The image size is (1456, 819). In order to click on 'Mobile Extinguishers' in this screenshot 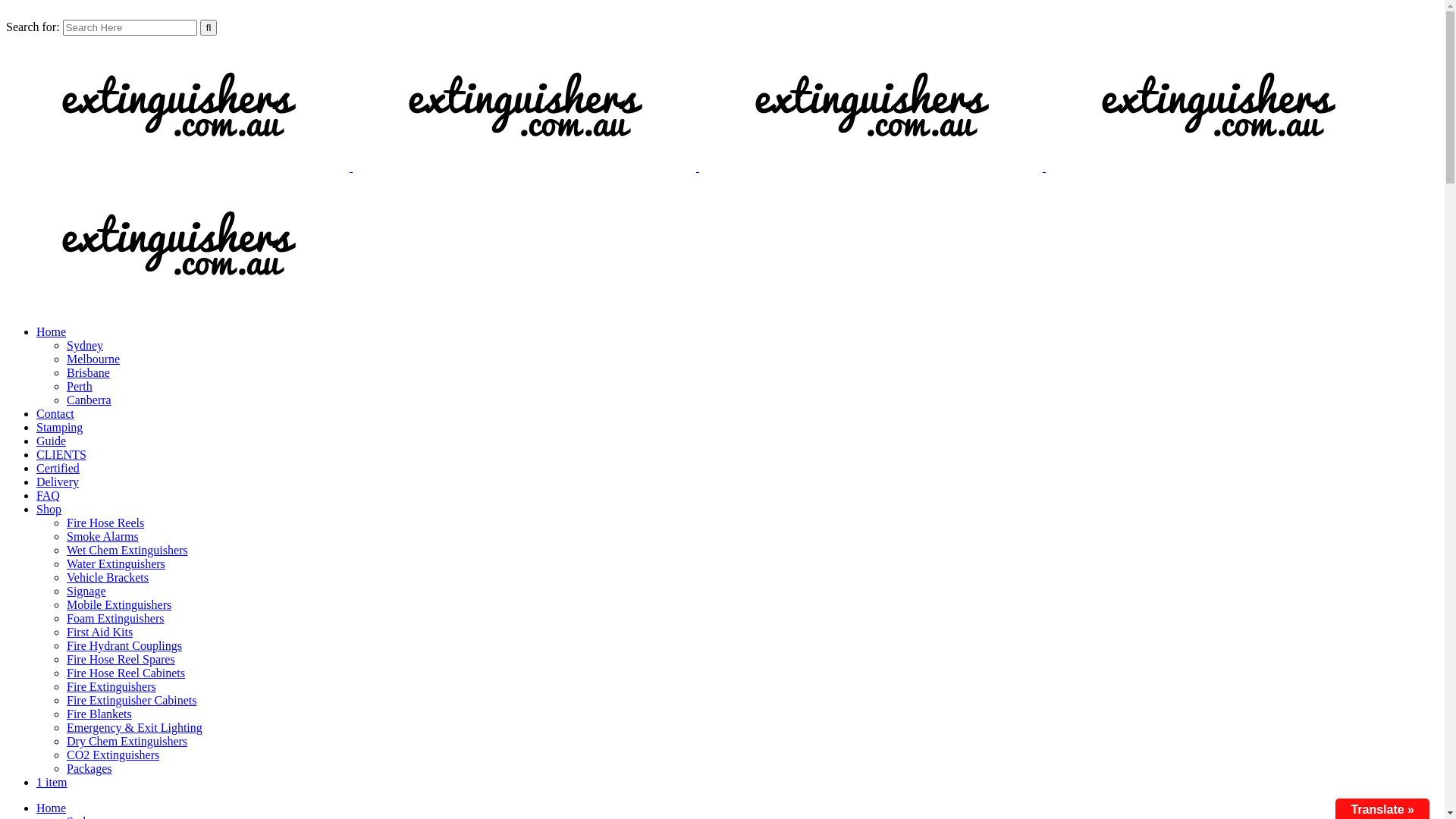, I will do `click(118, 604)`.